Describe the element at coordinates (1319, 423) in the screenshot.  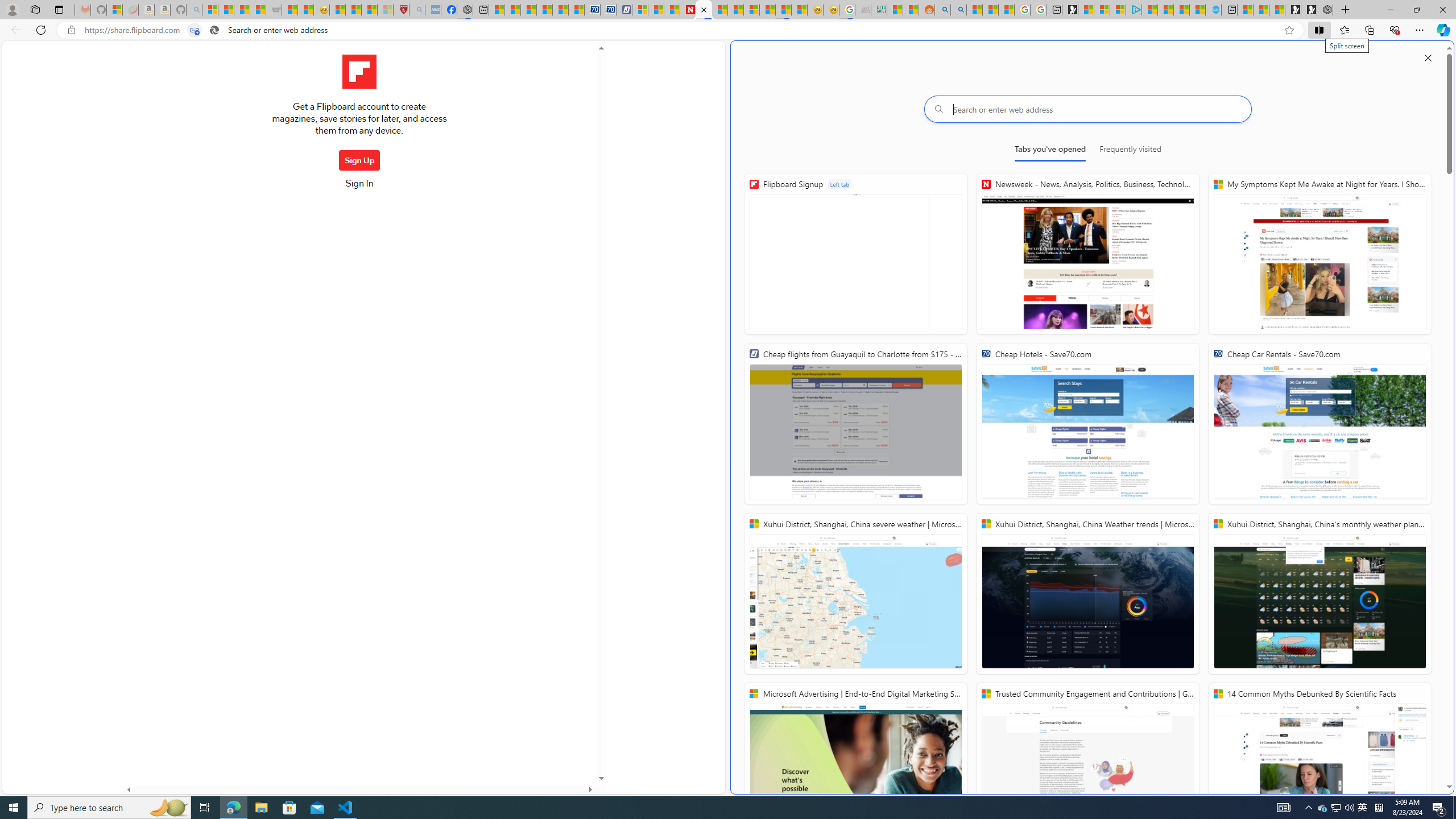
I see `'Cheap Car Rentals - Save70.com'` at that location.